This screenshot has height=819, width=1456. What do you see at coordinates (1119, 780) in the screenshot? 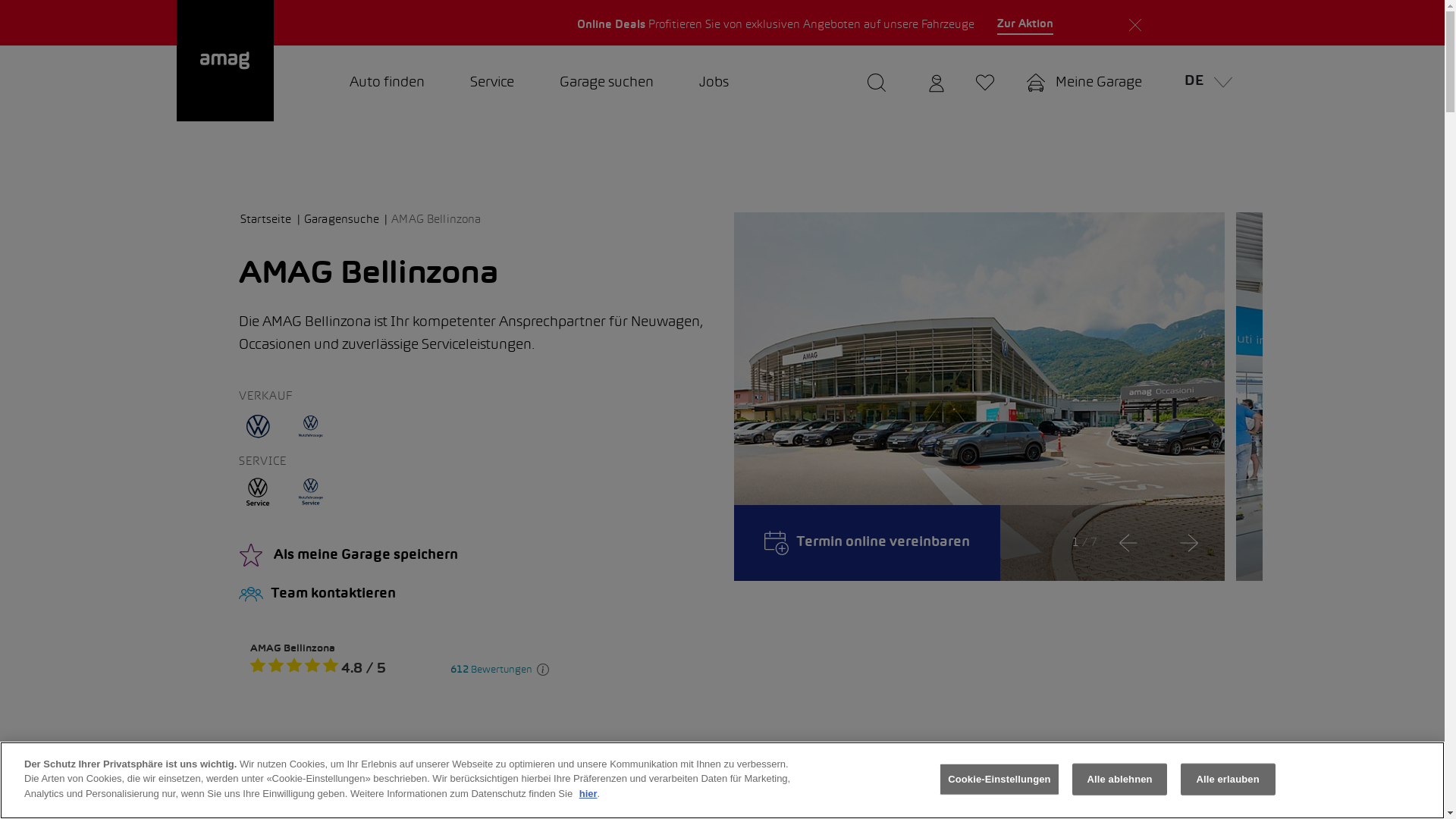
I see `'Alle ablehnen'` at bounding box center [1119, 780].